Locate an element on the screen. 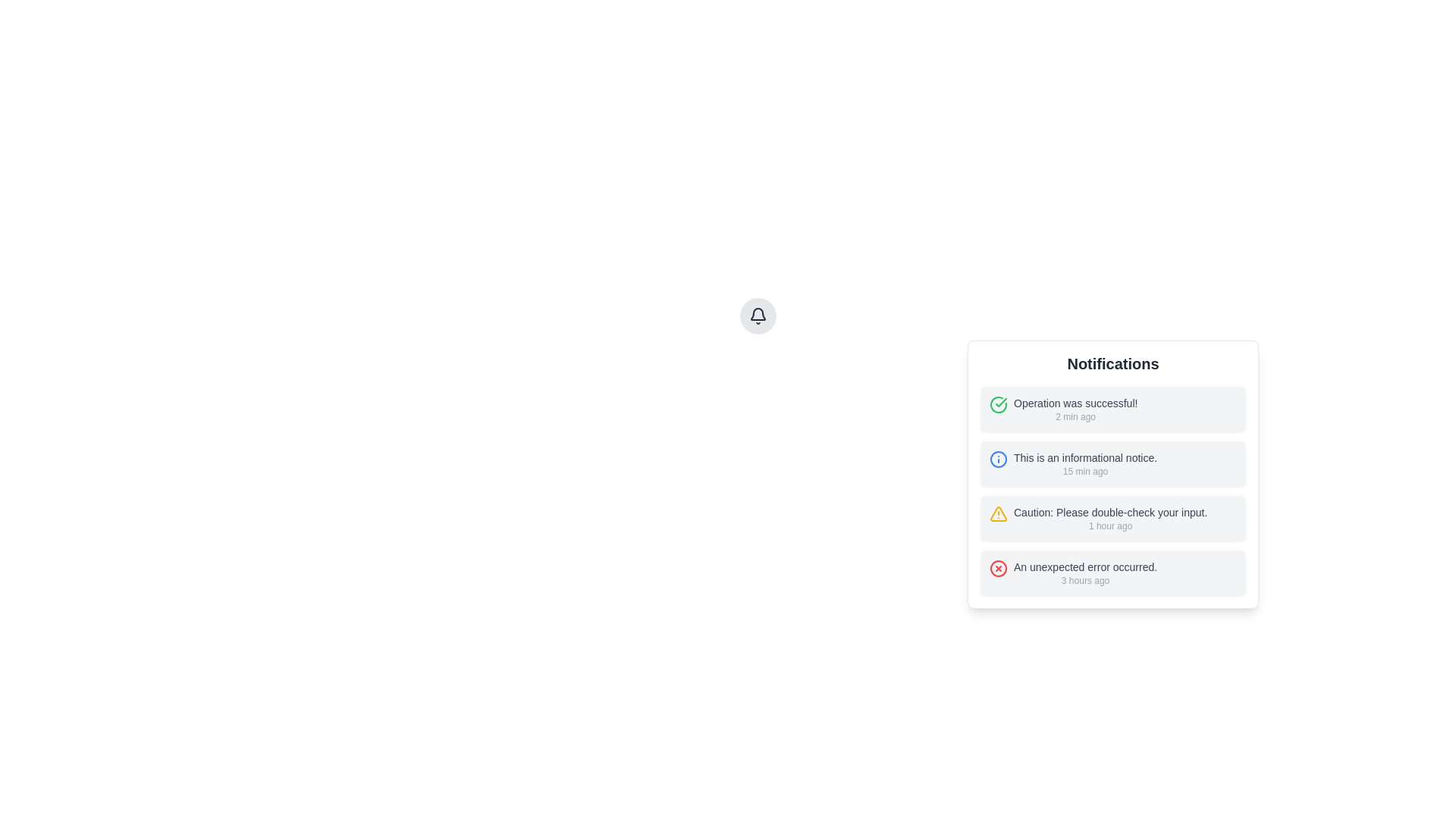  information from the second notification entry styled with a rounded shape and light gray background, which contains an information icon on the left and two lines of text: a main notification message and a timestamp is located at coordinates (1113, 463).